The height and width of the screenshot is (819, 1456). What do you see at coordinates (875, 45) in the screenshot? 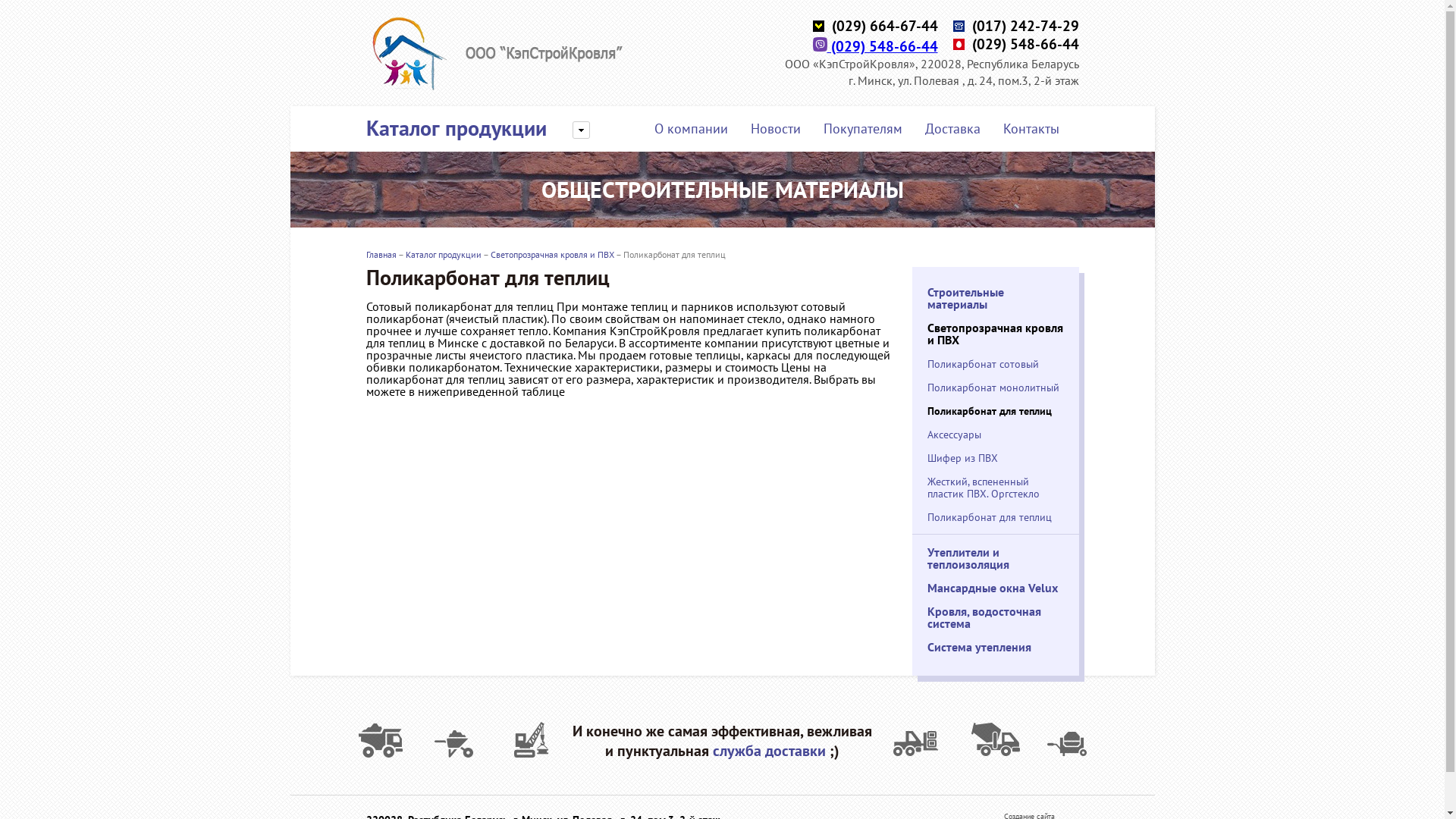
I see `'(029) 548-66-44'` at bounding box center [875, 45].